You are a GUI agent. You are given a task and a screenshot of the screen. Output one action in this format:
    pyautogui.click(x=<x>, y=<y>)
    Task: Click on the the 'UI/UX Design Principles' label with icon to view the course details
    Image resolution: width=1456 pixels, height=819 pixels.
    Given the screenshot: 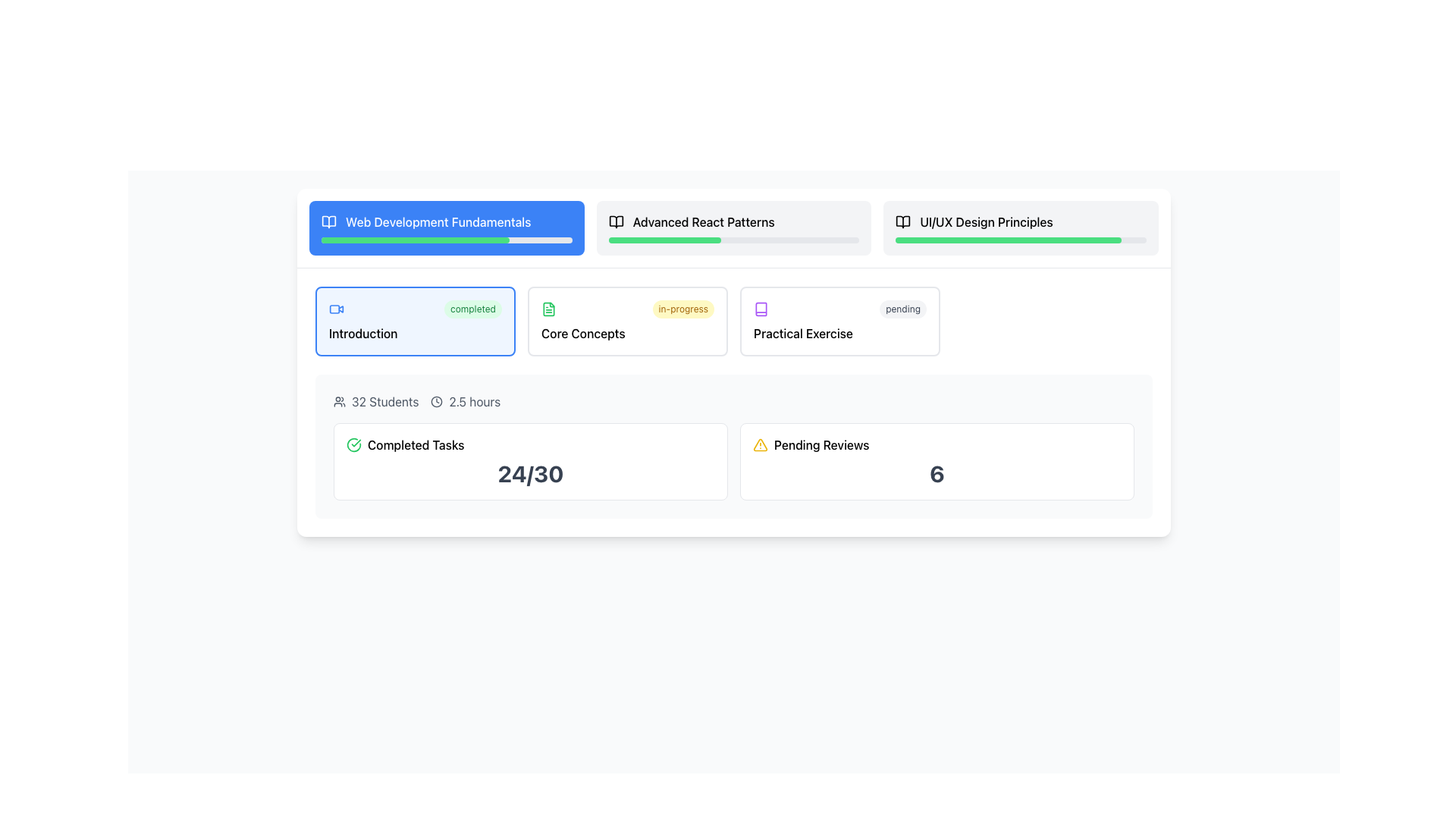 What is the action you would take?
    pyautogui.click(x=1021, y=222)
    